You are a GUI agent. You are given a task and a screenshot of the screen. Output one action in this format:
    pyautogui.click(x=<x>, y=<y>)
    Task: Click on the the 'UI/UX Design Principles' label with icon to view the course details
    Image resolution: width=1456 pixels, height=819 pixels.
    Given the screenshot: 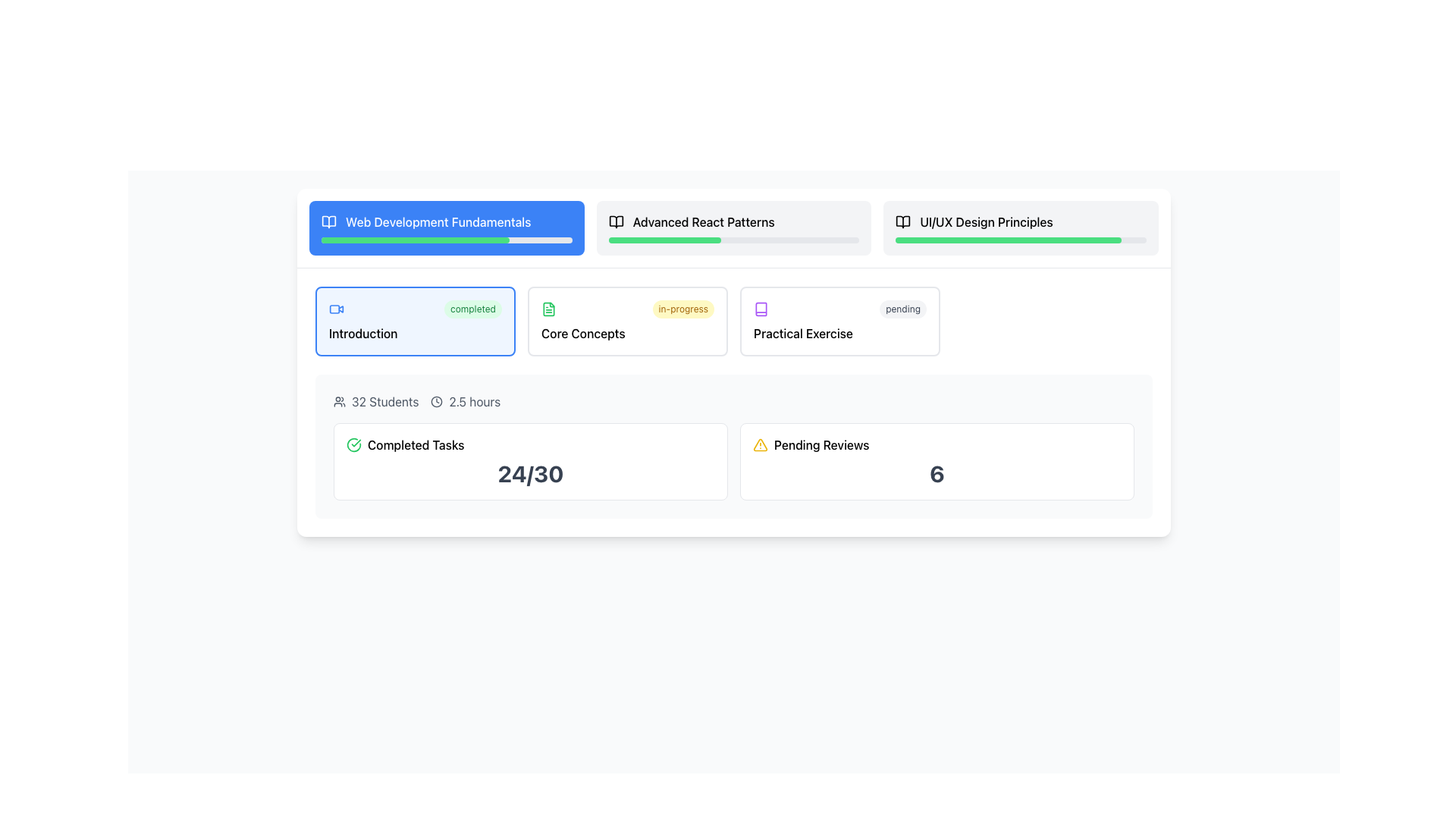 What is the action you would take?
    pyautogui.click(x=1021, y=222)
    